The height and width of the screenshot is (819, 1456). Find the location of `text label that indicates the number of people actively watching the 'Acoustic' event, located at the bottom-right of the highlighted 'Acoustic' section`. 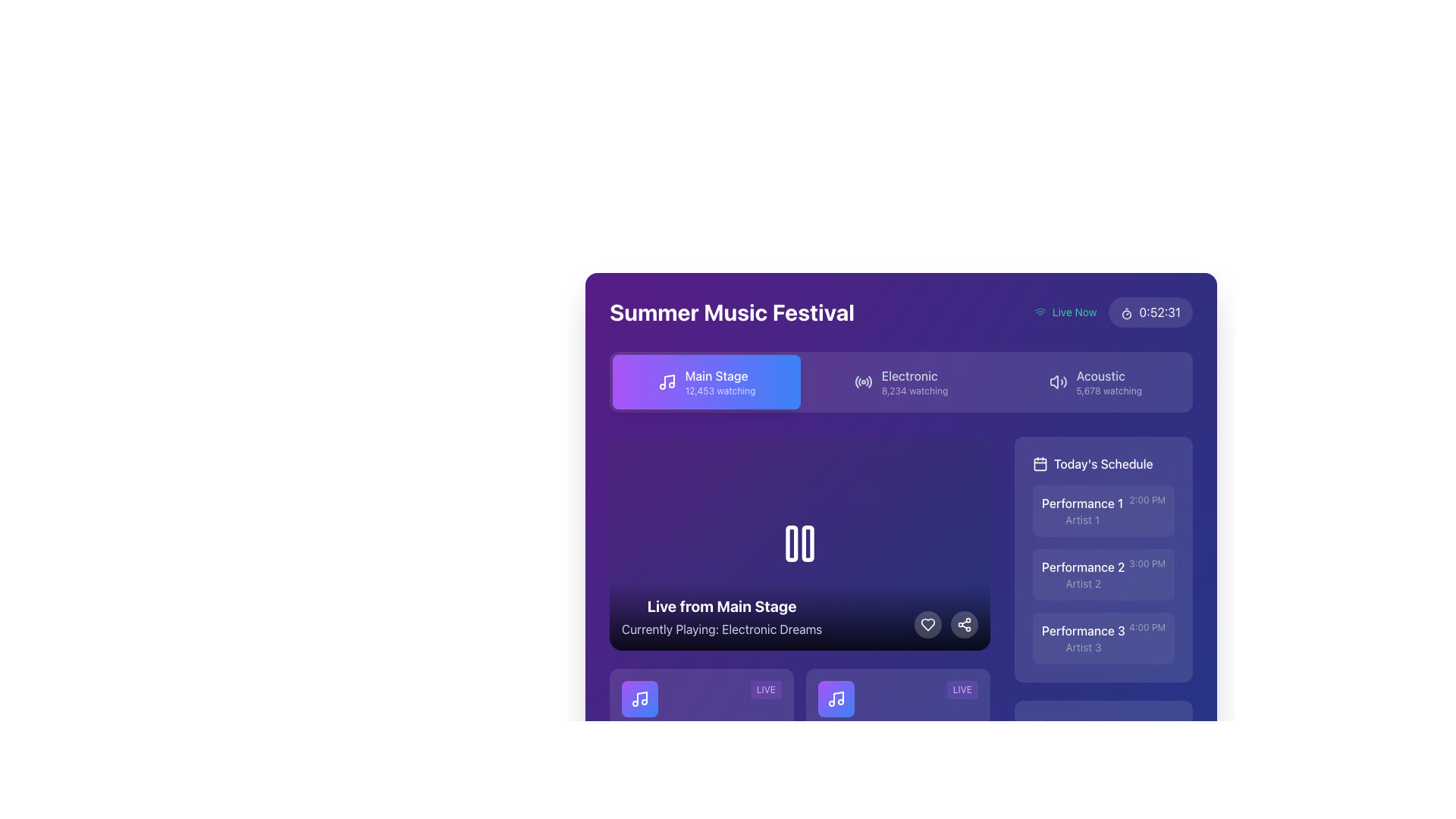

text label that indicates the number of people actively watching the 'Acoustic' event, located at the bottom-right of the highlighted 'Acoustic' section is located at coordinates (1109, 391).